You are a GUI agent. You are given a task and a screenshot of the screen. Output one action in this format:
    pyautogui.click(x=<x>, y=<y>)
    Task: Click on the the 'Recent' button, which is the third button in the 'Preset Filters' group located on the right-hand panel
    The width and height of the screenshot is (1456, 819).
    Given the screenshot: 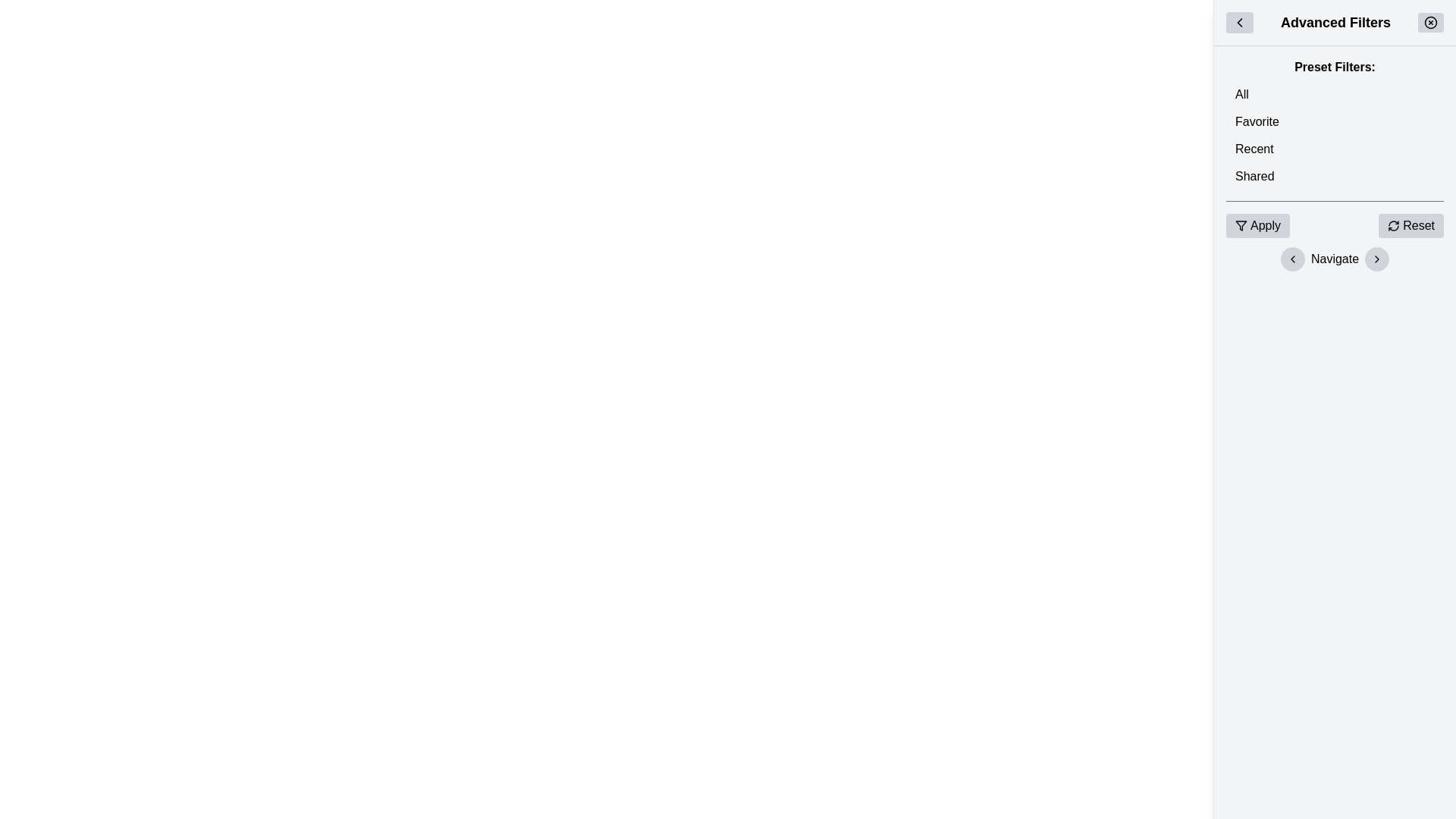 What is the action you would take?
    pyautogui.click(x=1335, y=149)
    